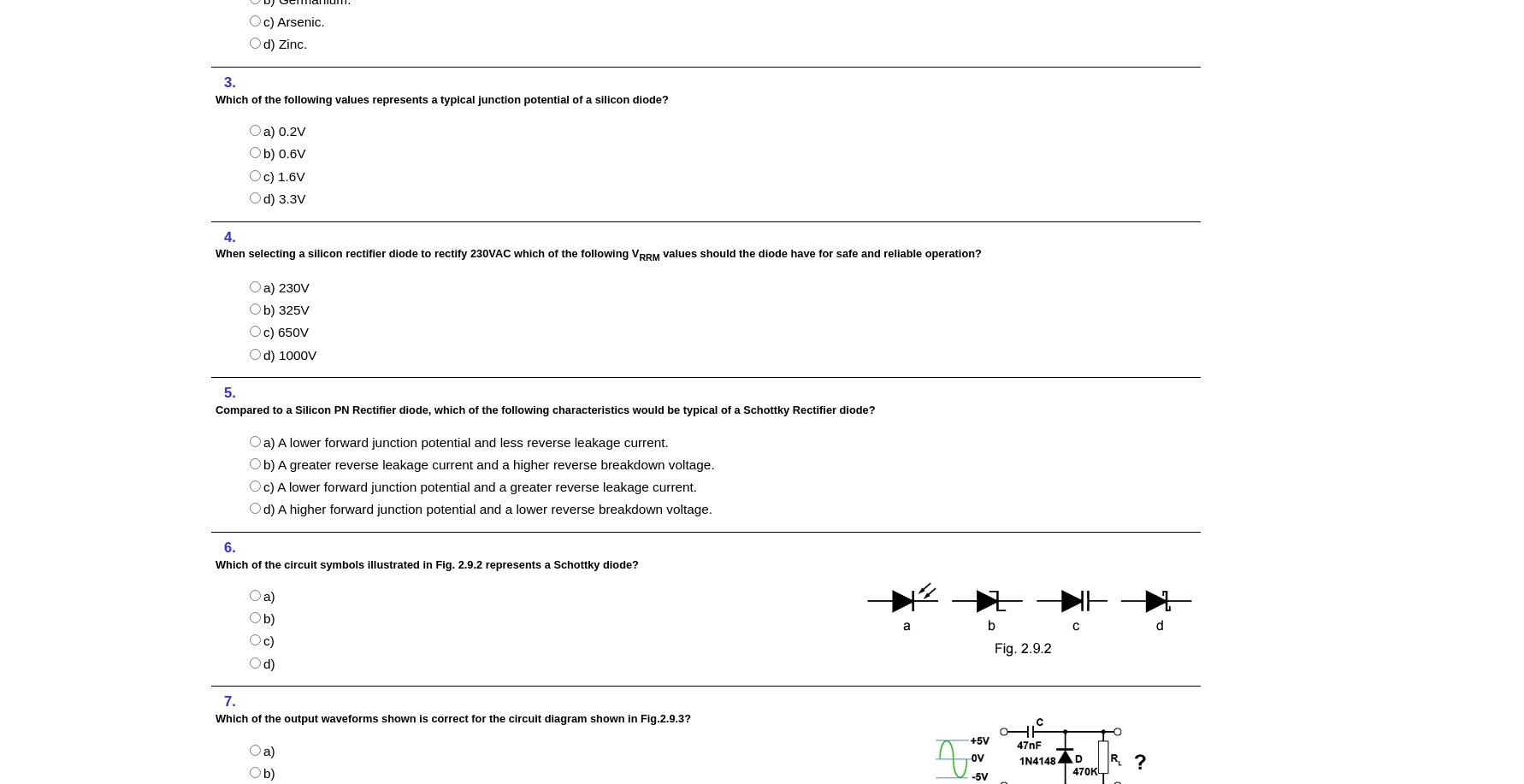 The height and width of the screenshot is (784, 1524). What do you see at coordinates (820, 253) in the screenshot?
I see `'values should the diode have for safe and reliable operation?'` at bounding box center [820, 253].